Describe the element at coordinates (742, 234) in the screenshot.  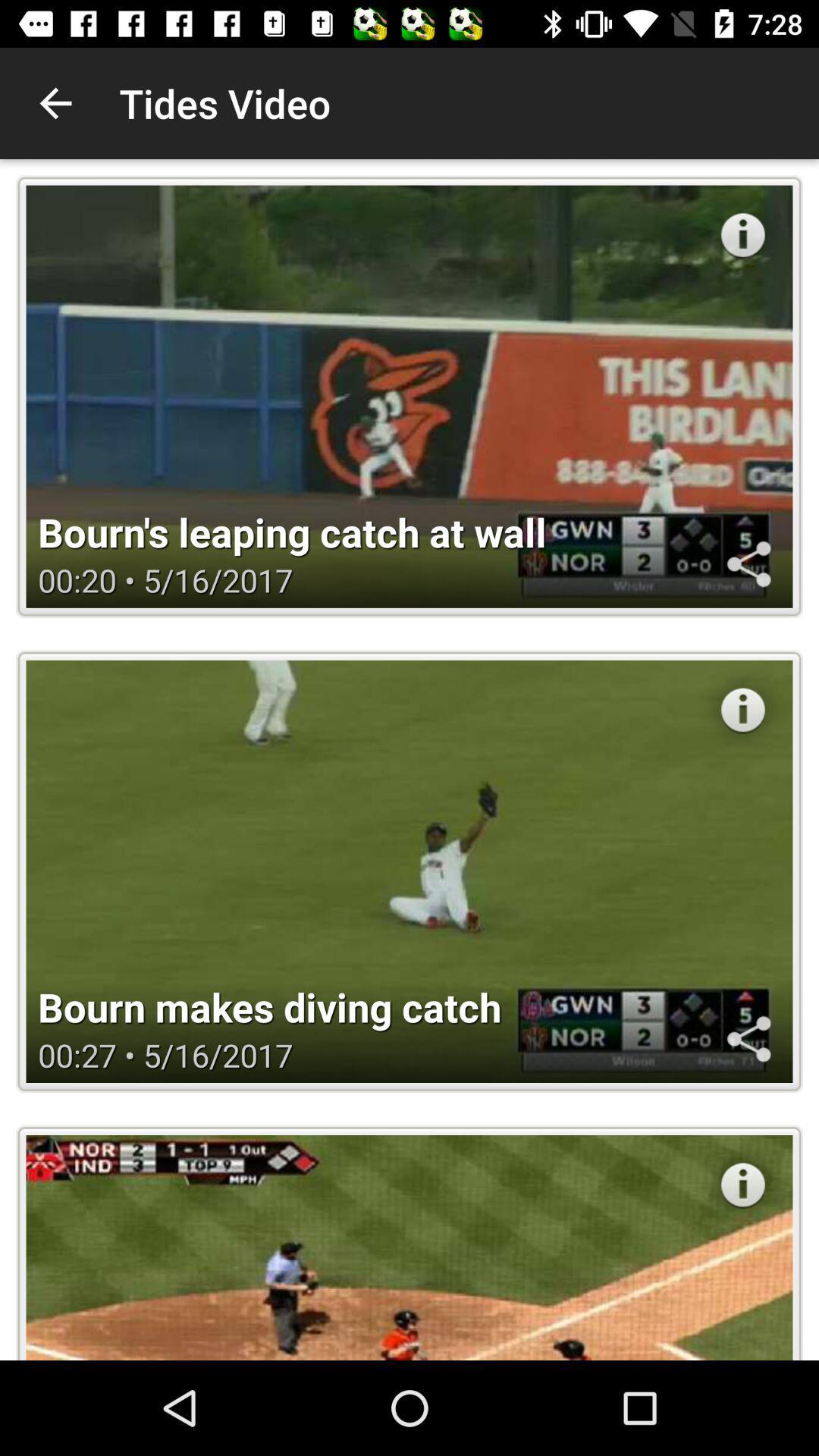
I see `click for information` at that location.